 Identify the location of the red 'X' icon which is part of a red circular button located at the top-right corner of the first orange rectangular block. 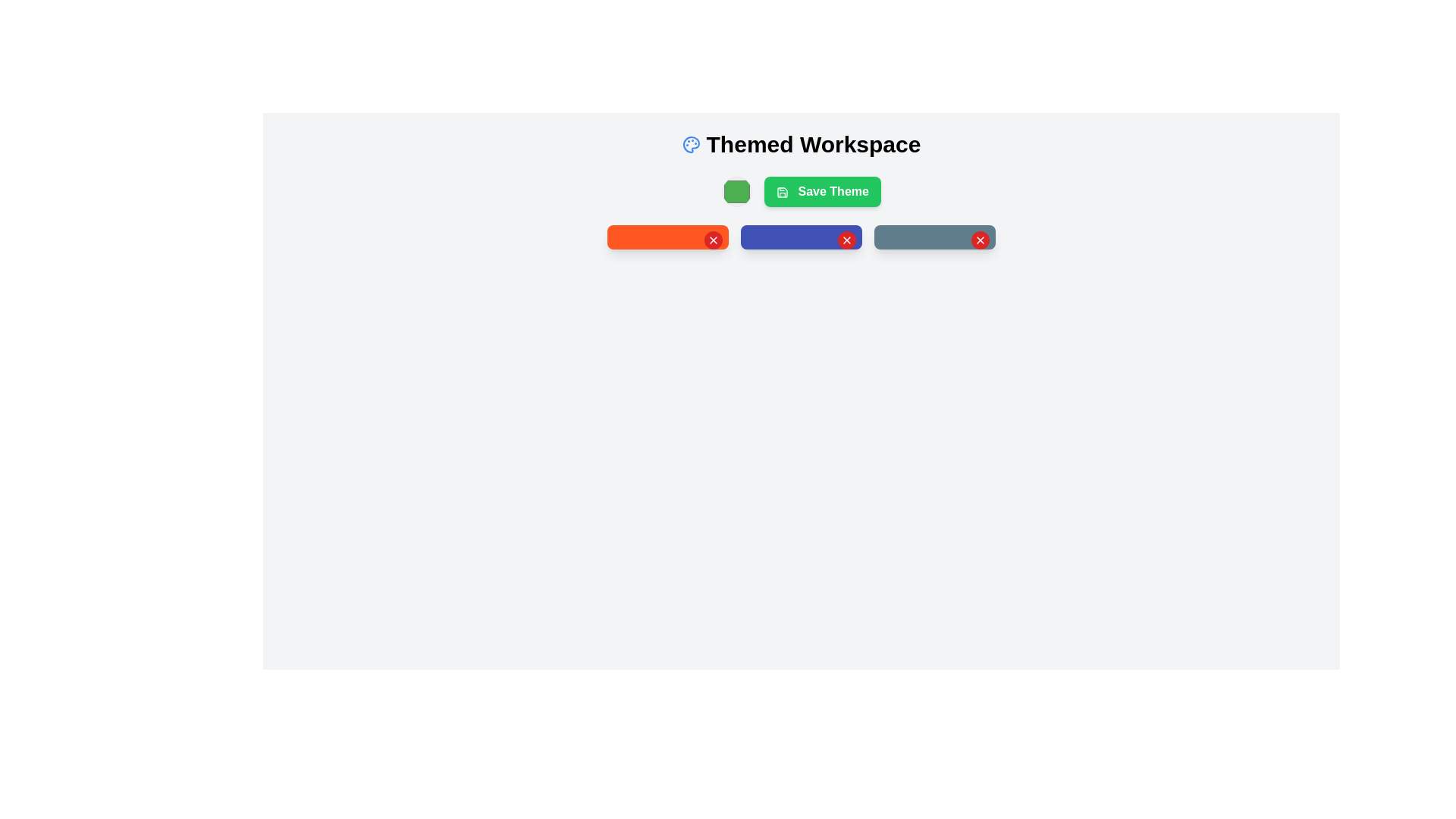
(712, 239).